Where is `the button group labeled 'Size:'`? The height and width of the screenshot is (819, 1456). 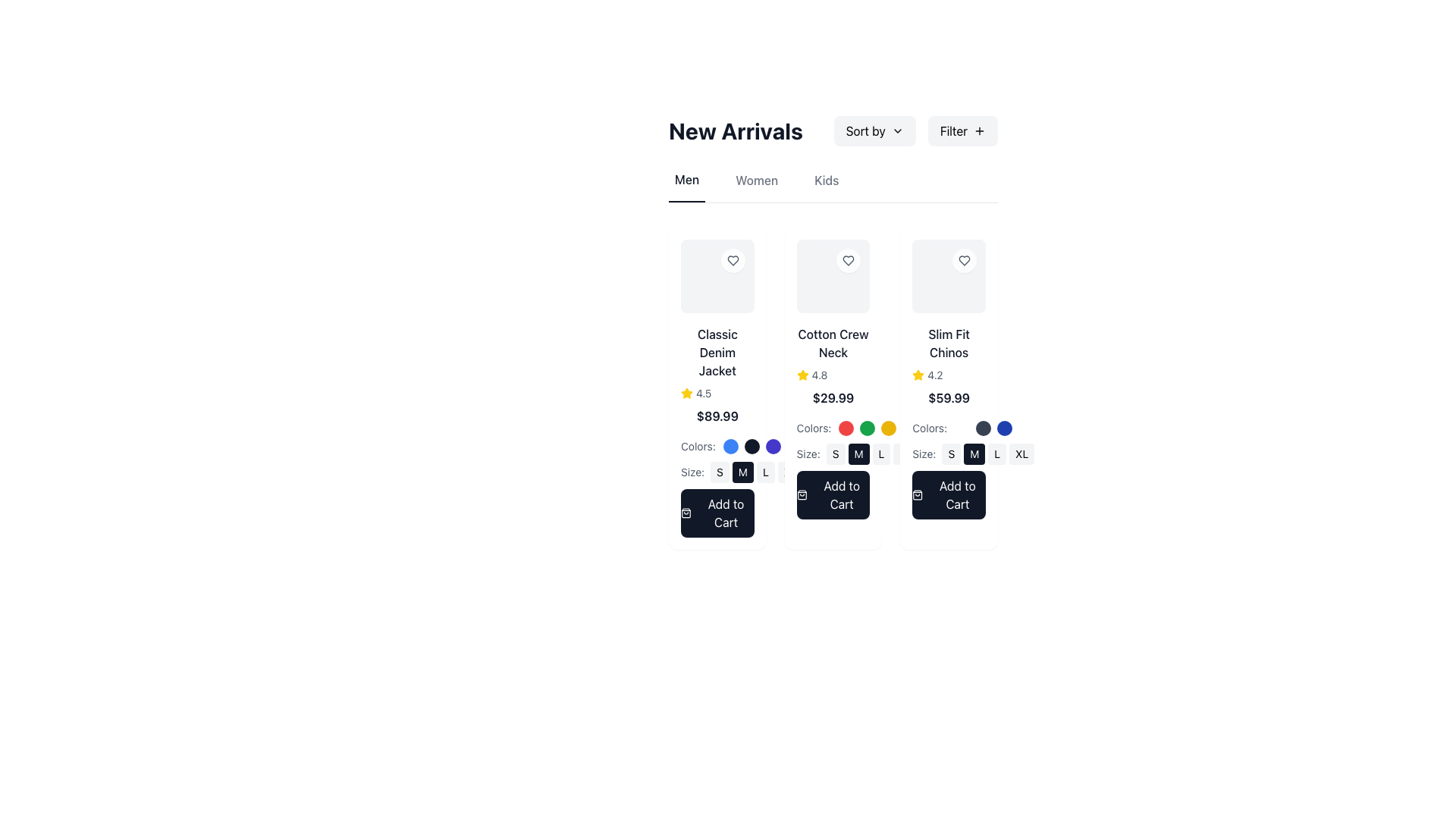
the button group labeled 'Size:' is located at coordinates (833, 453).